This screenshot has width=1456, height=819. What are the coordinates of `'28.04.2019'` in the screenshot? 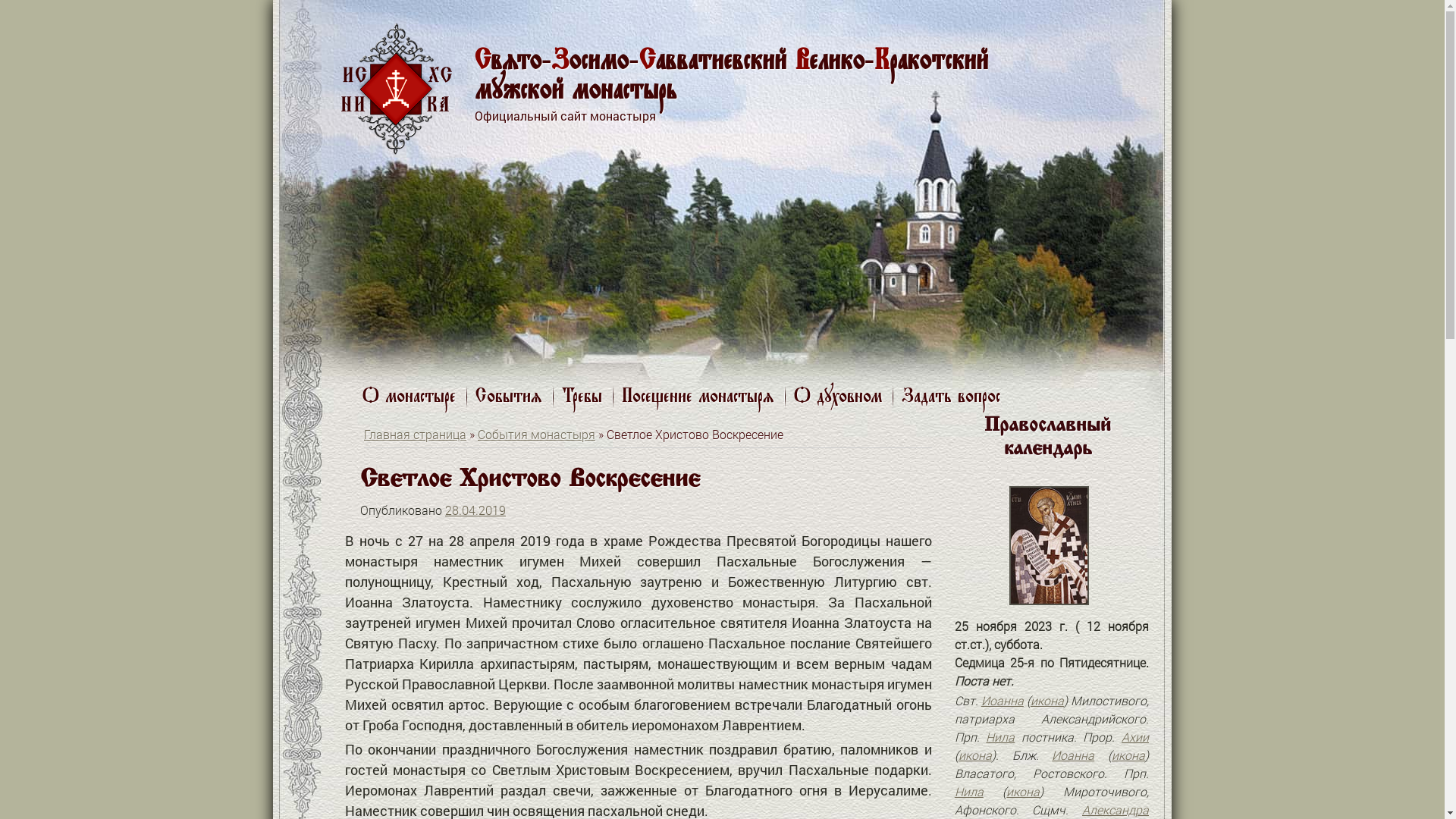 It's located at (475, 510).